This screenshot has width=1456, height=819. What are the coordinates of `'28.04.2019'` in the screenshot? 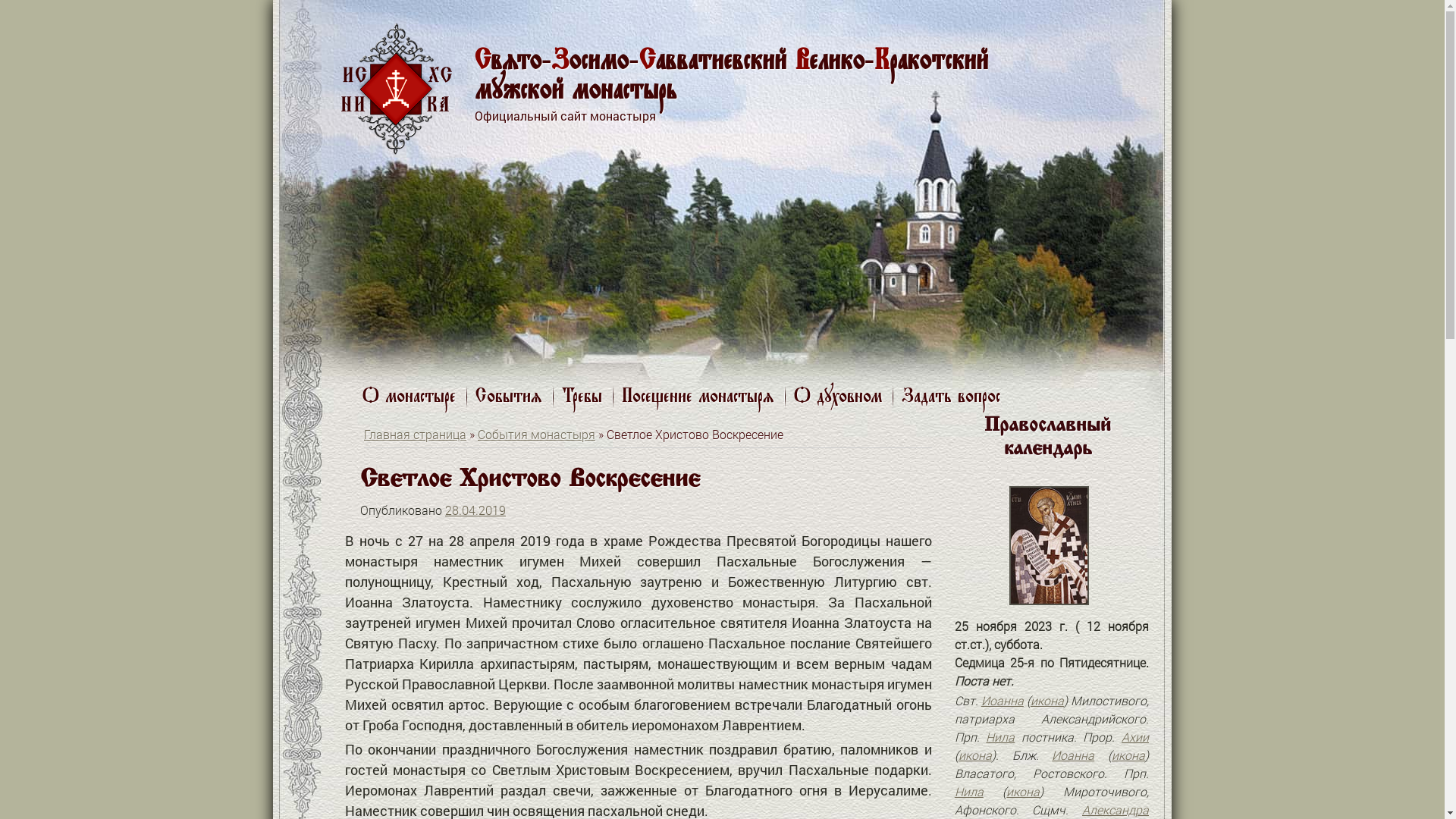 It's located at (475, 510).